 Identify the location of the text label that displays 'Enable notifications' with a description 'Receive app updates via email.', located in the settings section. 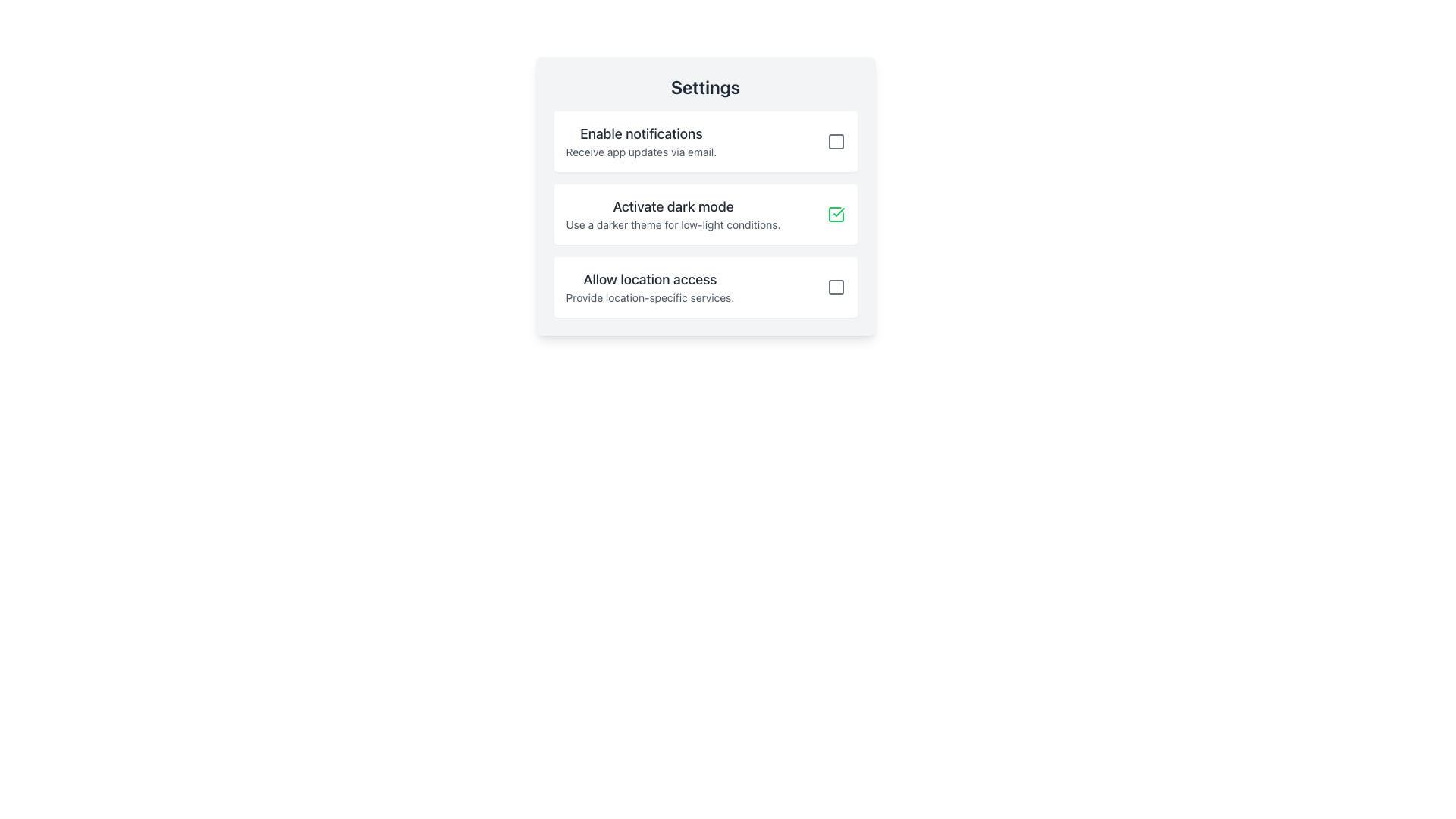
(641, 141).